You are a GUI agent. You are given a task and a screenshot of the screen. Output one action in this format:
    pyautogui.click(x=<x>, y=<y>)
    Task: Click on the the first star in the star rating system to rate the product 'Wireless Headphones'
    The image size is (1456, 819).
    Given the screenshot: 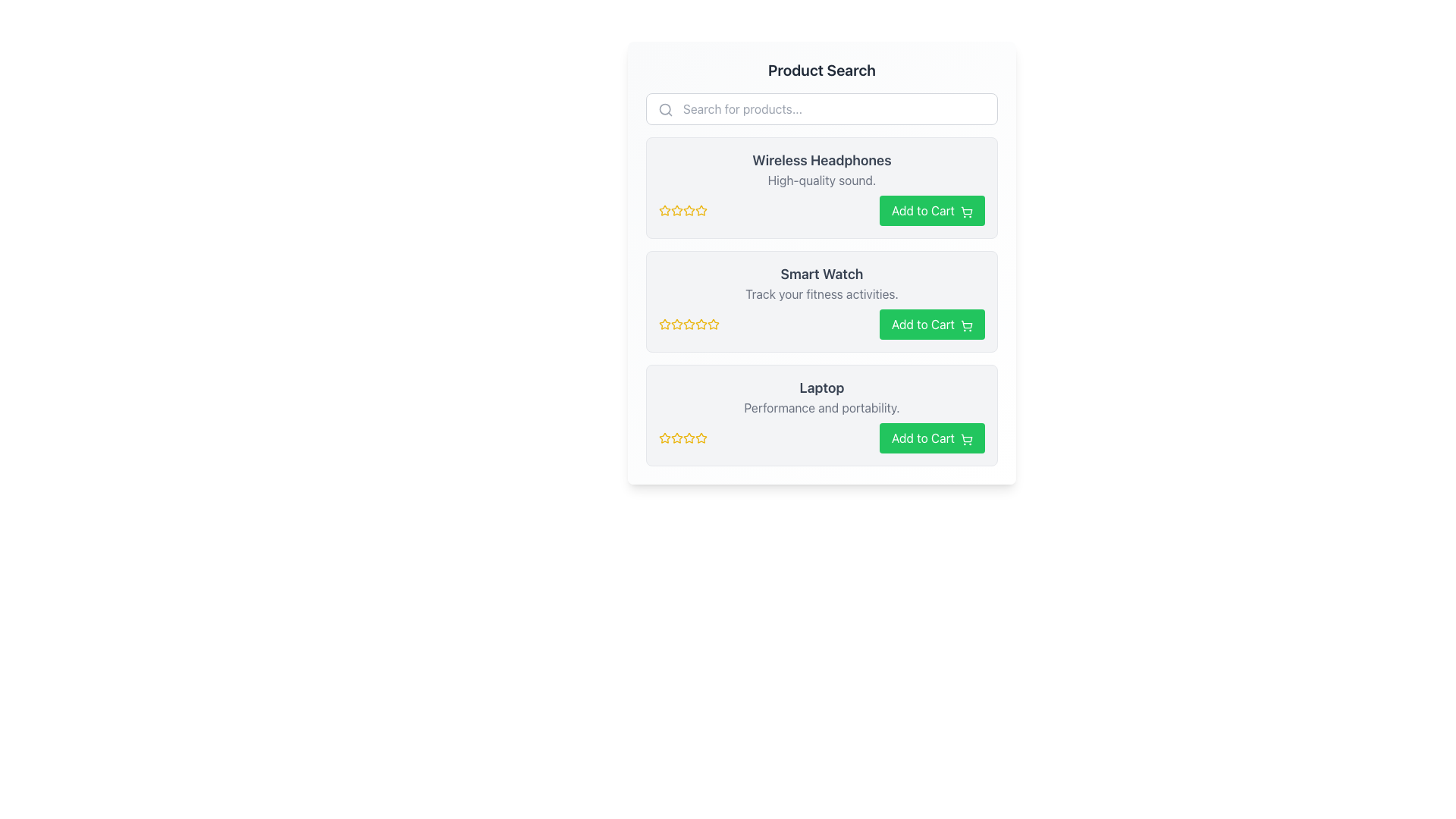 What is the action you would take?
    pyautogui.click(x=664, y=210)
    